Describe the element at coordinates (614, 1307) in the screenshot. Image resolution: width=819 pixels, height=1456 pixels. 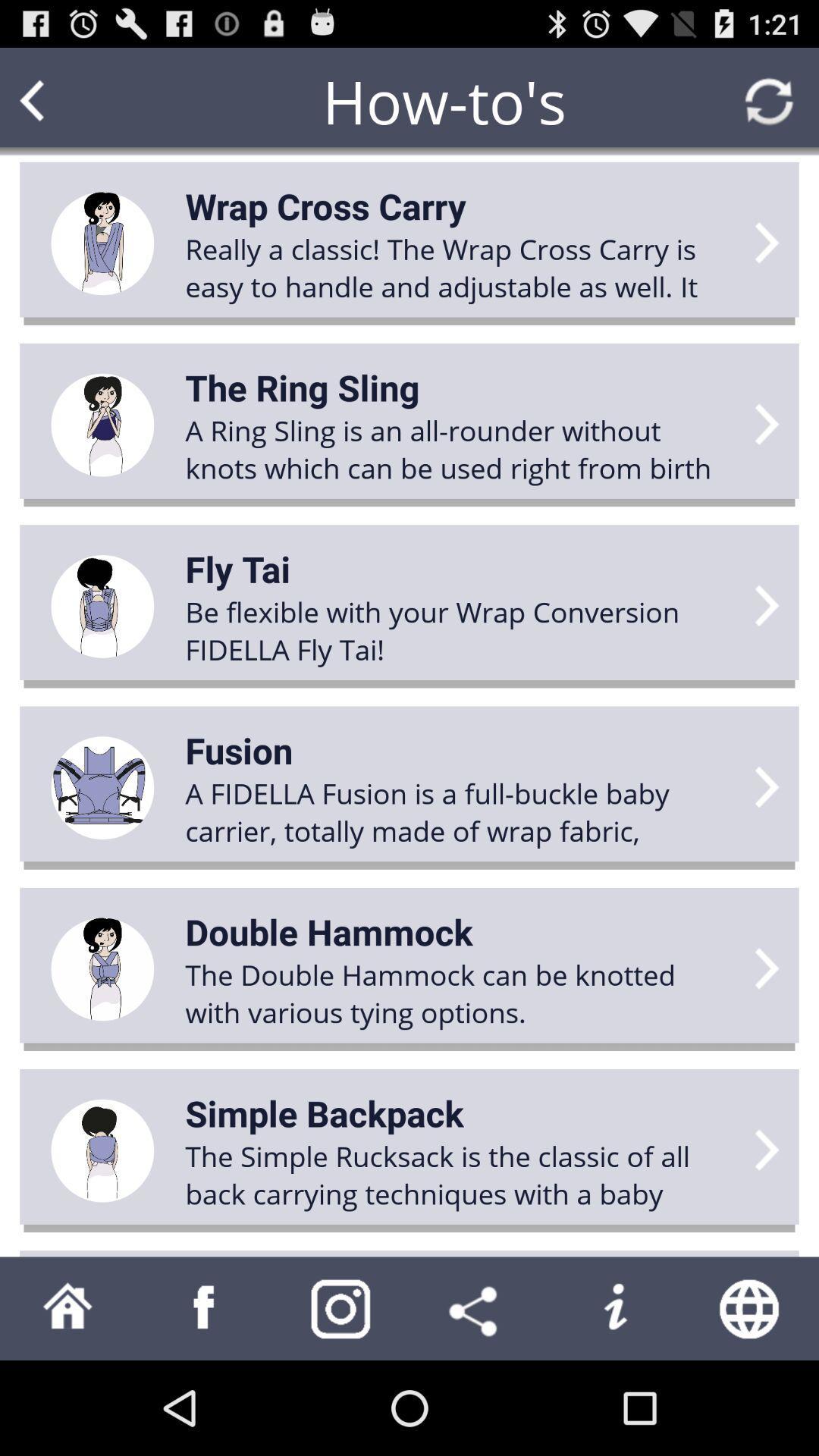
I see `item below the the simple rucksack icon` at that location.